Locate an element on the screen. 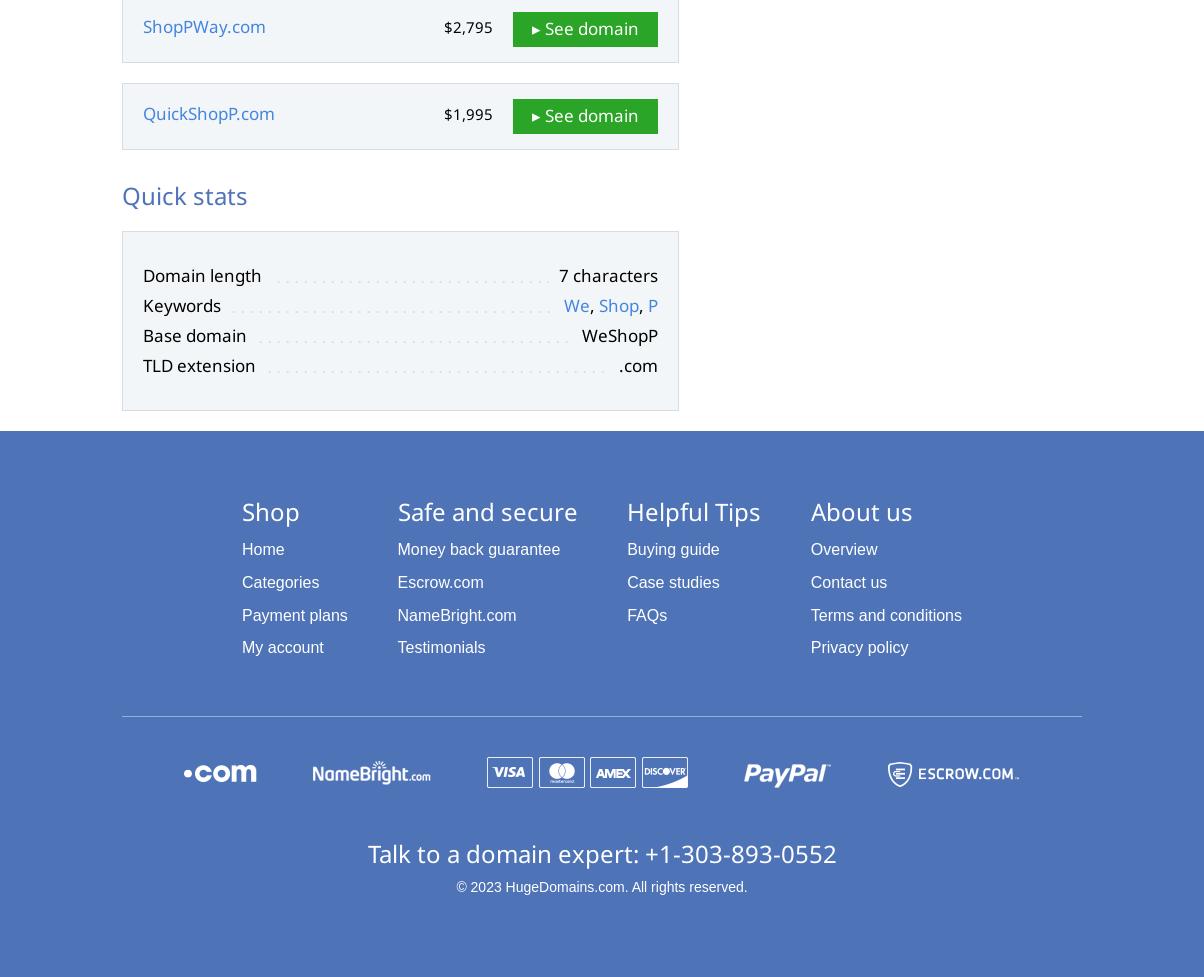 This screenshot has height=977, width=1204. 'TLD extension' is located at coordinates (199, 364).